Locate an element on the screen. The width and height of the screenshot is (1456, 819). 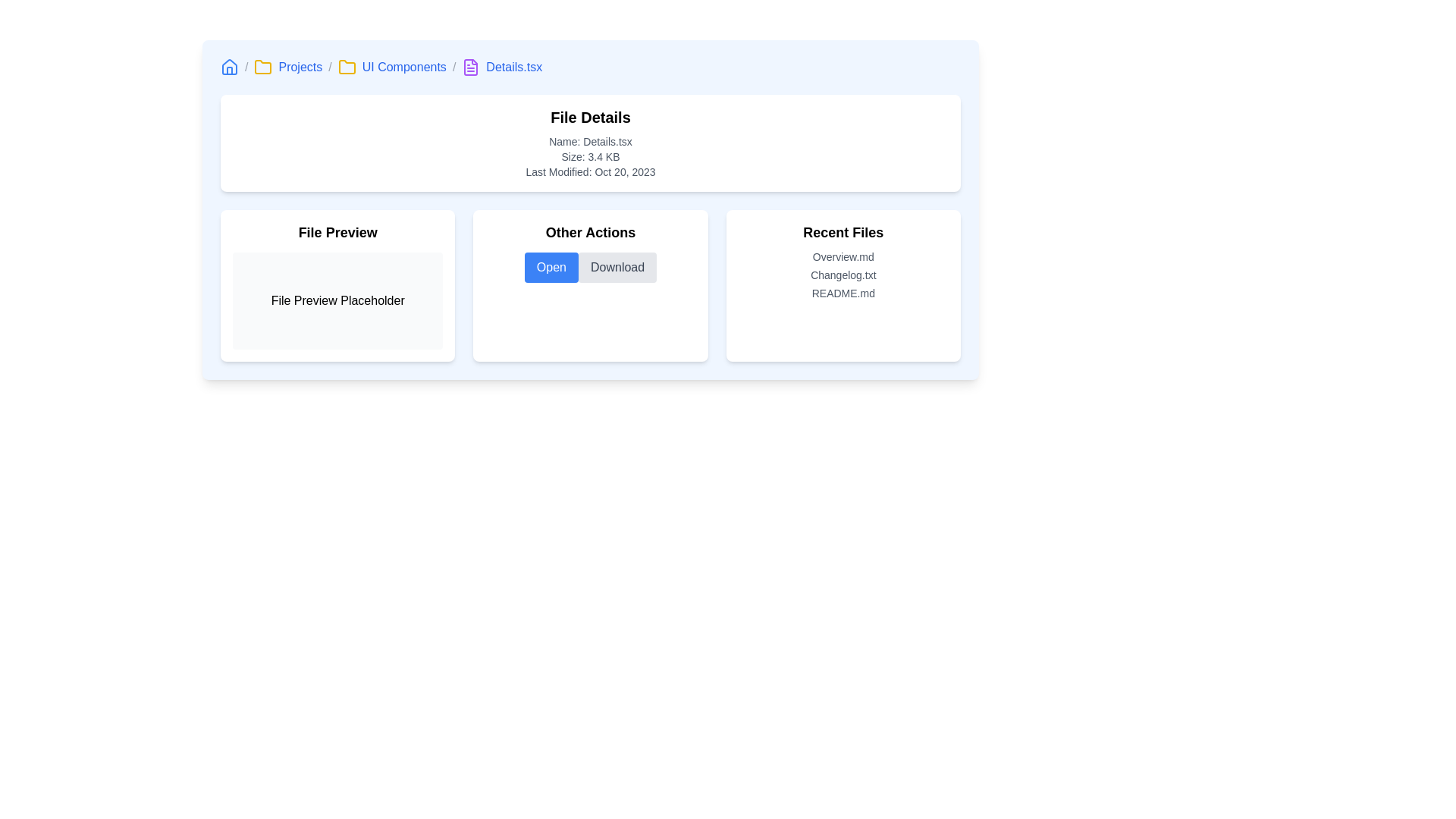
the text label displaying 'Changelog.txt' in the 'Recent Files' section is located at coordinates (843, 275).